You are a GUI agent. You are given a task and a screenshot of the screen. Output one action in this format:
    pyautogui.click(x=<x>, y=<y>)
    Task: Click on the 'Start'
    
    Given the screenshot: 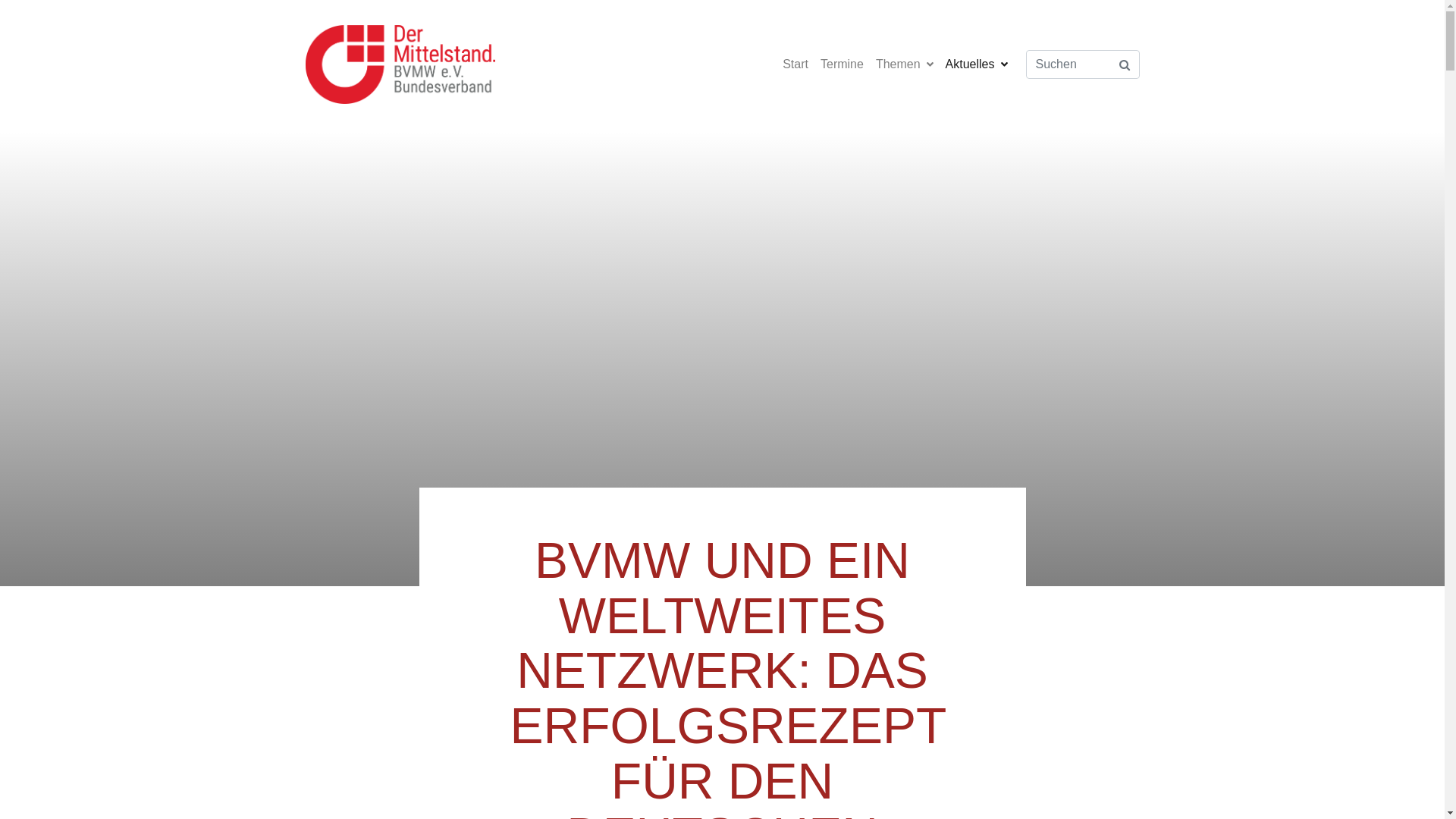 What is the action you would take?
    pyautogui.click(x=795, y=63)
    